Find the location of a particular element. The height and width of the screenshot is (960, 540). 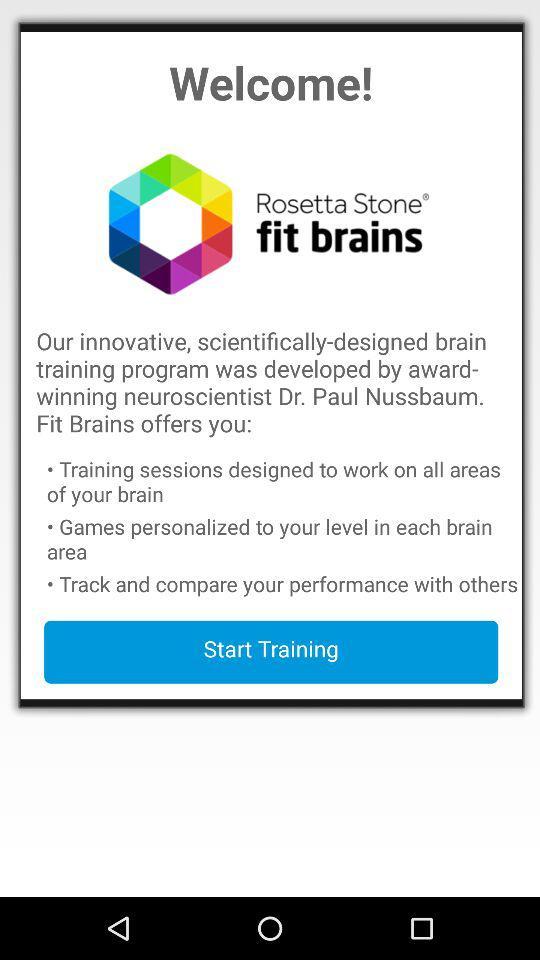

the start training button is located at coordinates (270, 651).